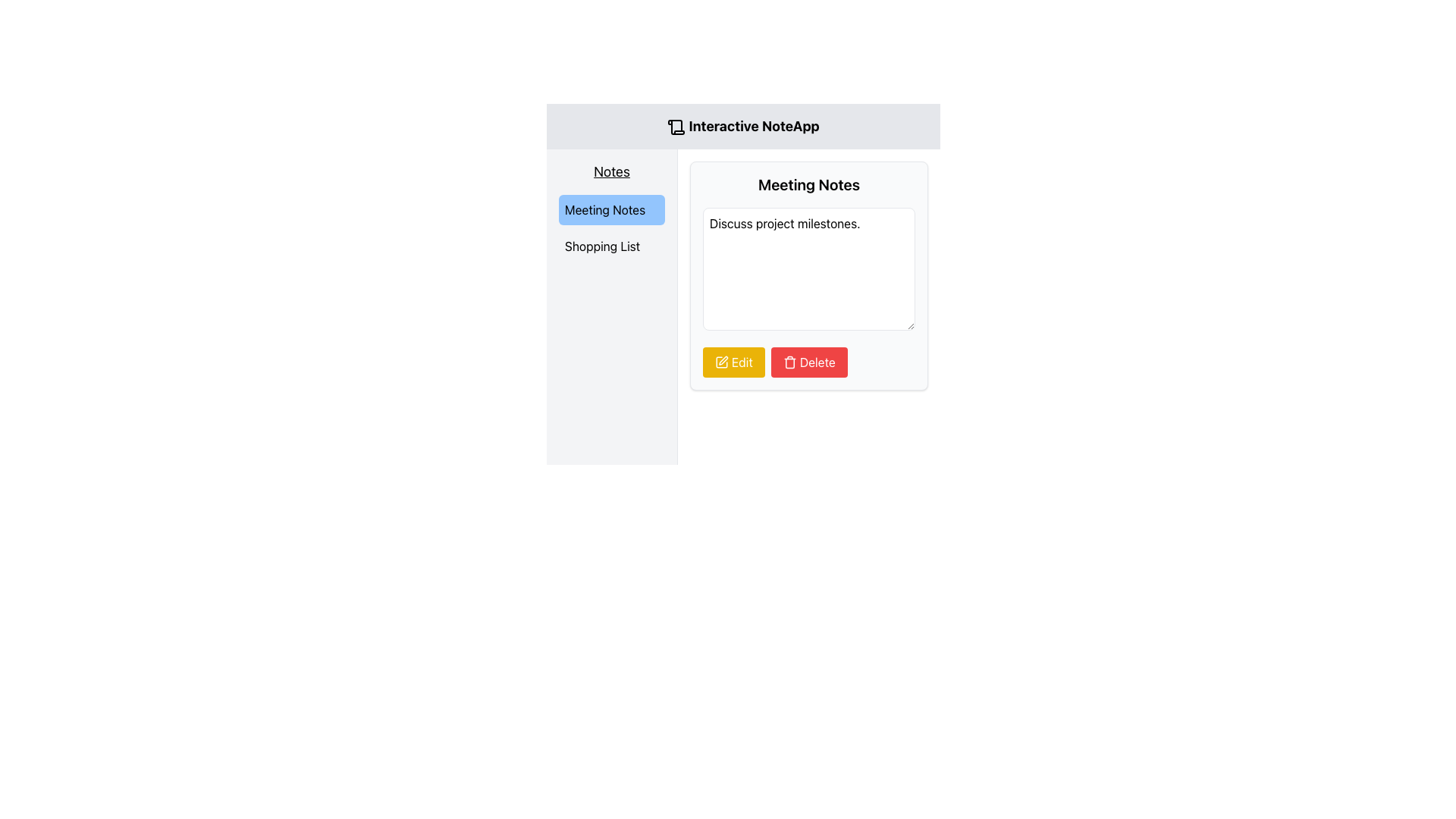 This screenshot has width=1456, height=819. What do you see at coordinates (611, 227) in the screenshot?
I see `the highlighted topmost item 'Meeting Notes' in the list under the title 'Notes'` at bounding box center [611, 227].